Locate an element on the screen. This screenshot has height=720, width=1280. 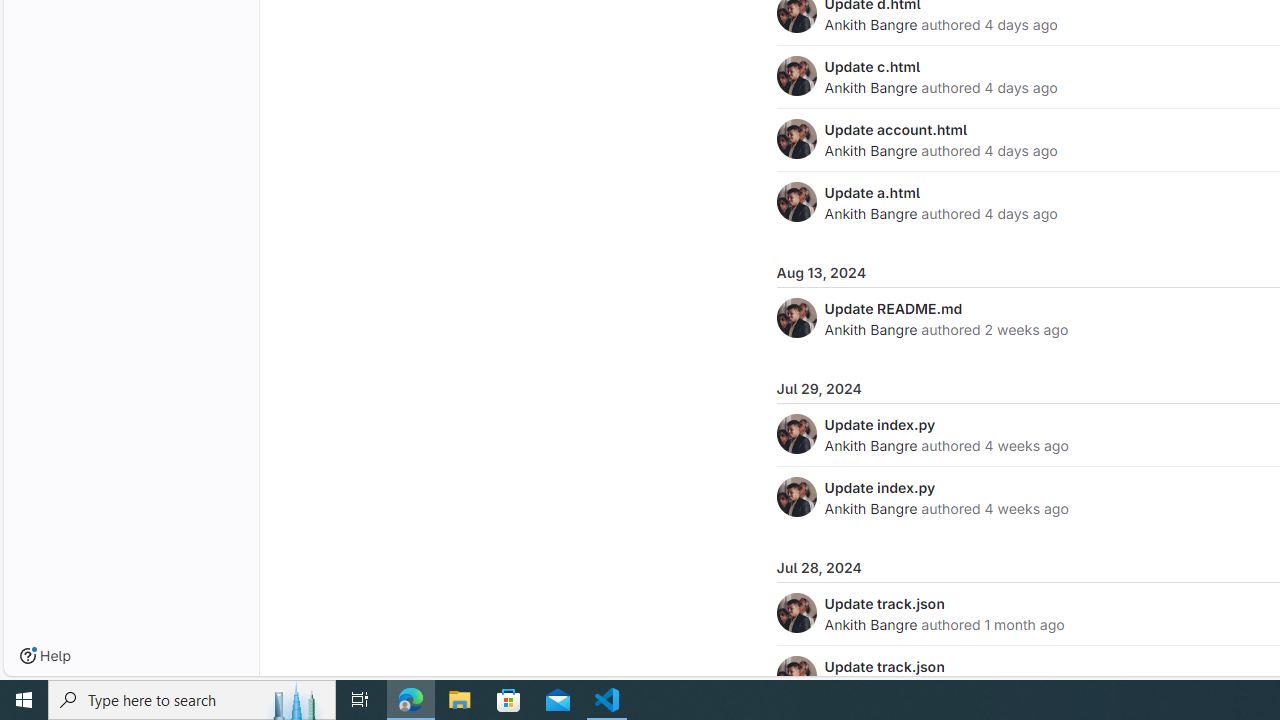
'Update README.md' is located at coordinates (892, 308).